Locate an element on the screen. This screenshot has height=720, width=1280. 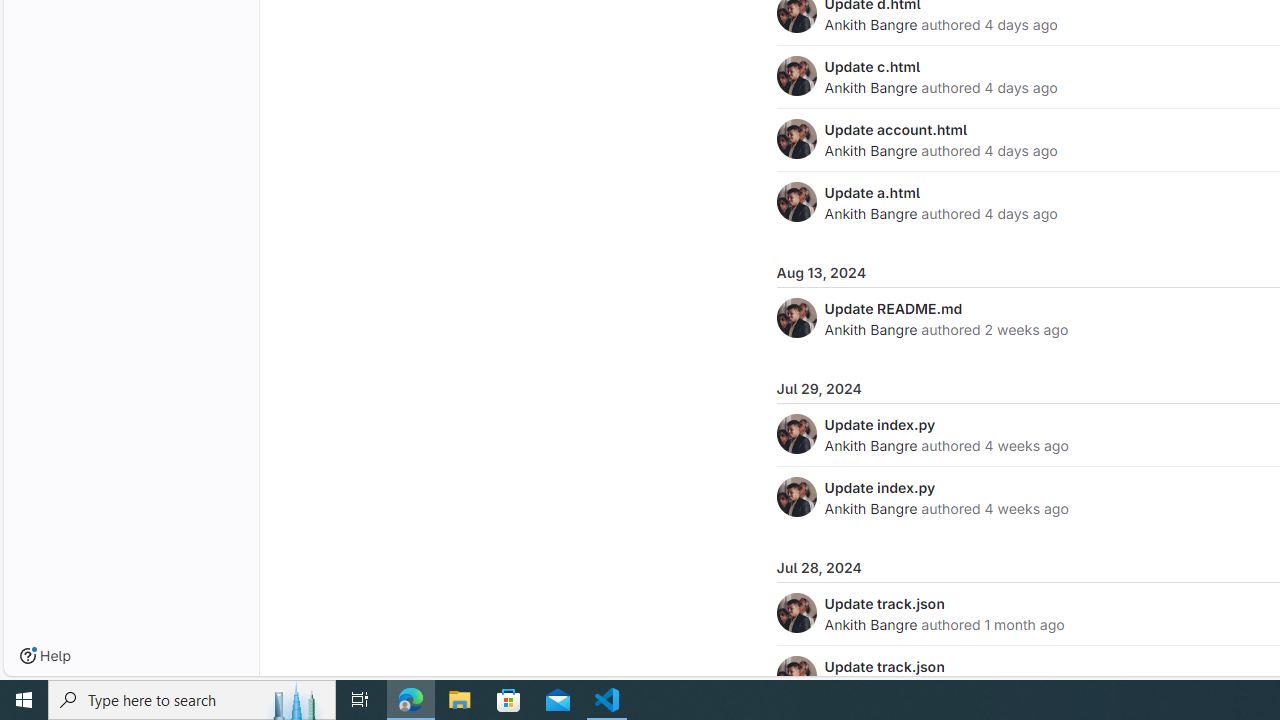
'Update README.md' is located at coordinates (892, 308).